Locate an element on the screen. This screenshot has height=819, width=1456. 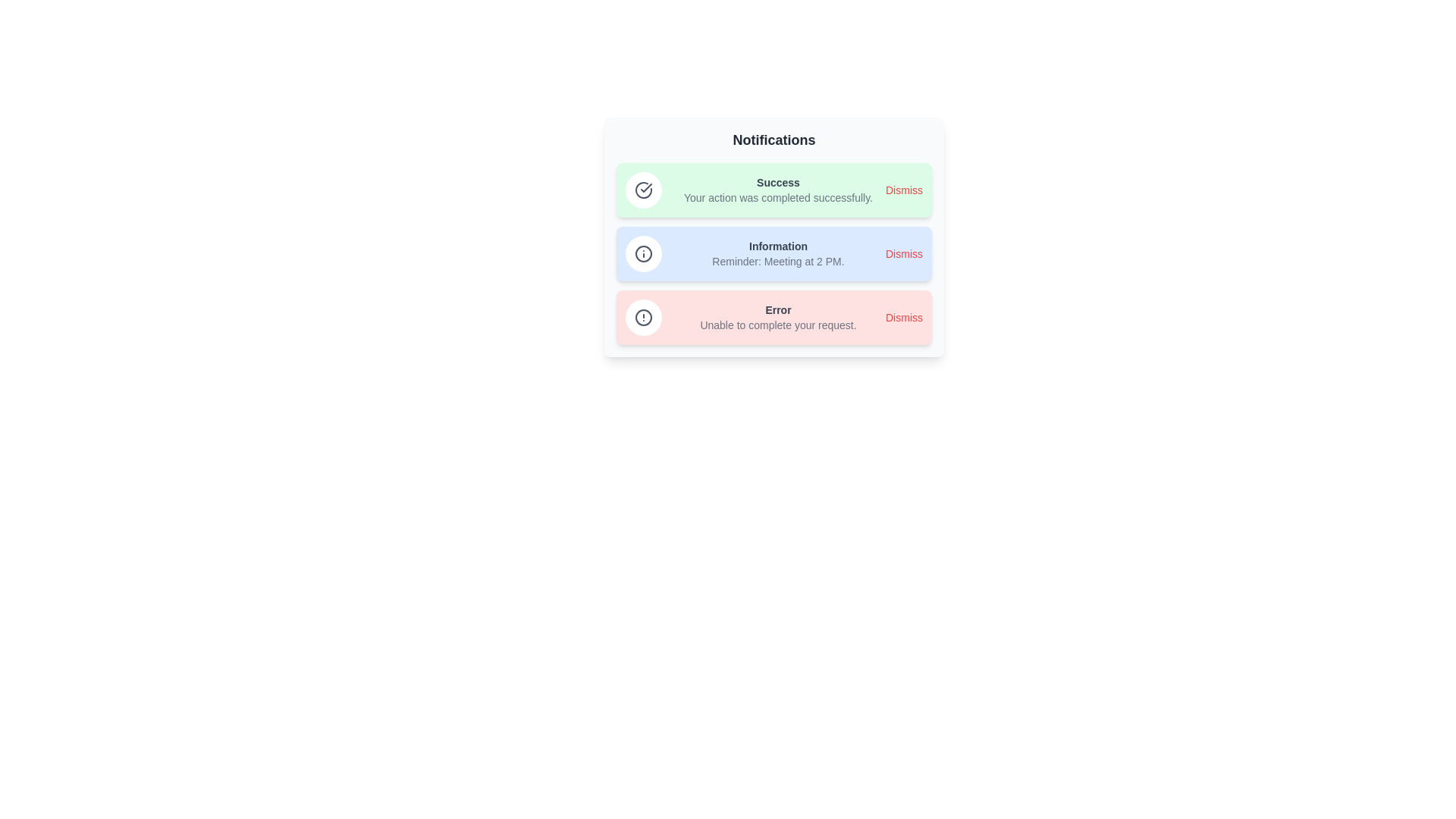
the background color of a notification of type Information is located at coordinates (774, 253).